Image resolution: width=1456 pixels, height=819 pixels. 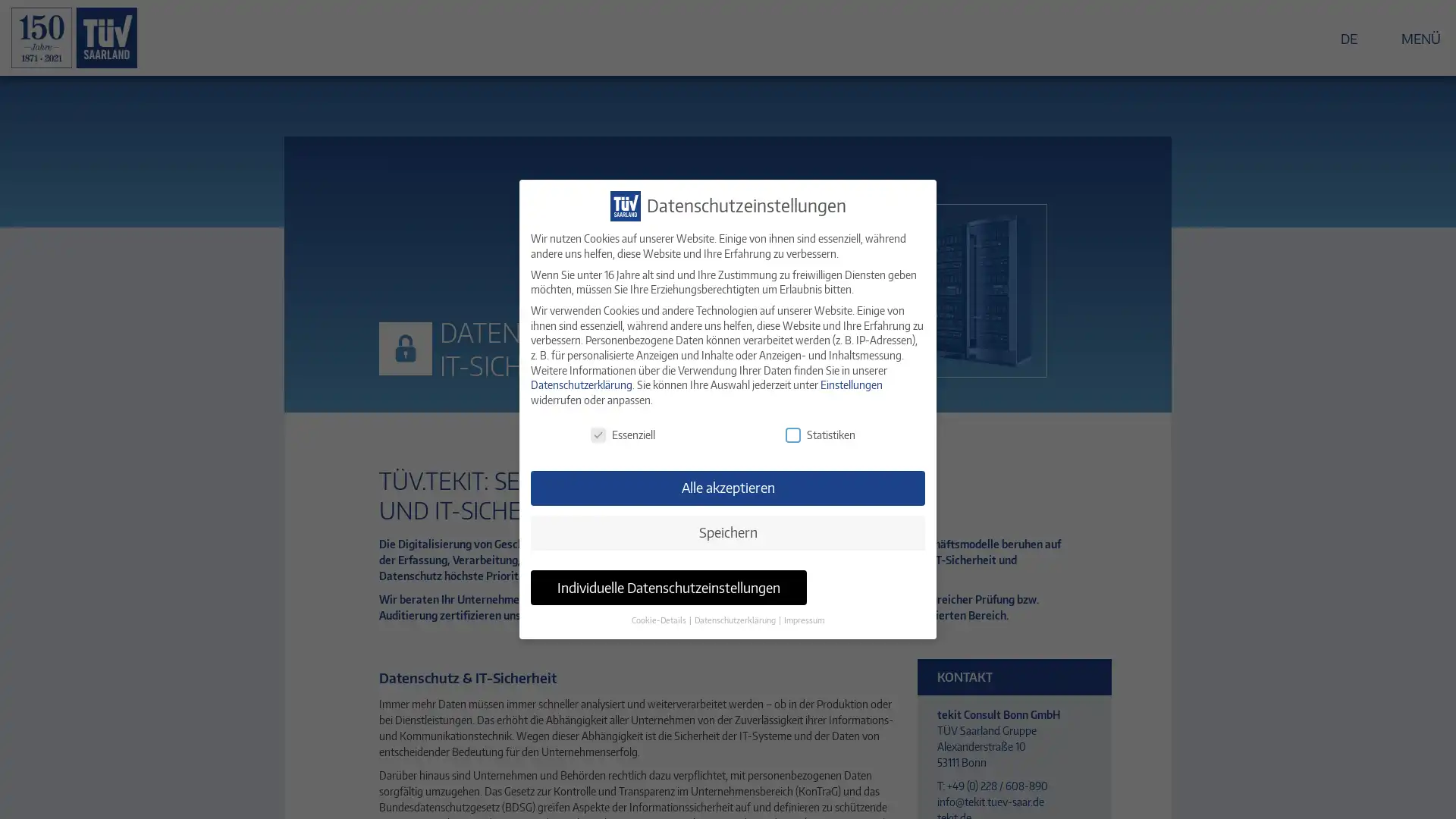 What do you see at coordinates (728, 488) in the screenshot?
I see `Alle akzeptieren` at bounding box center [728, 488].